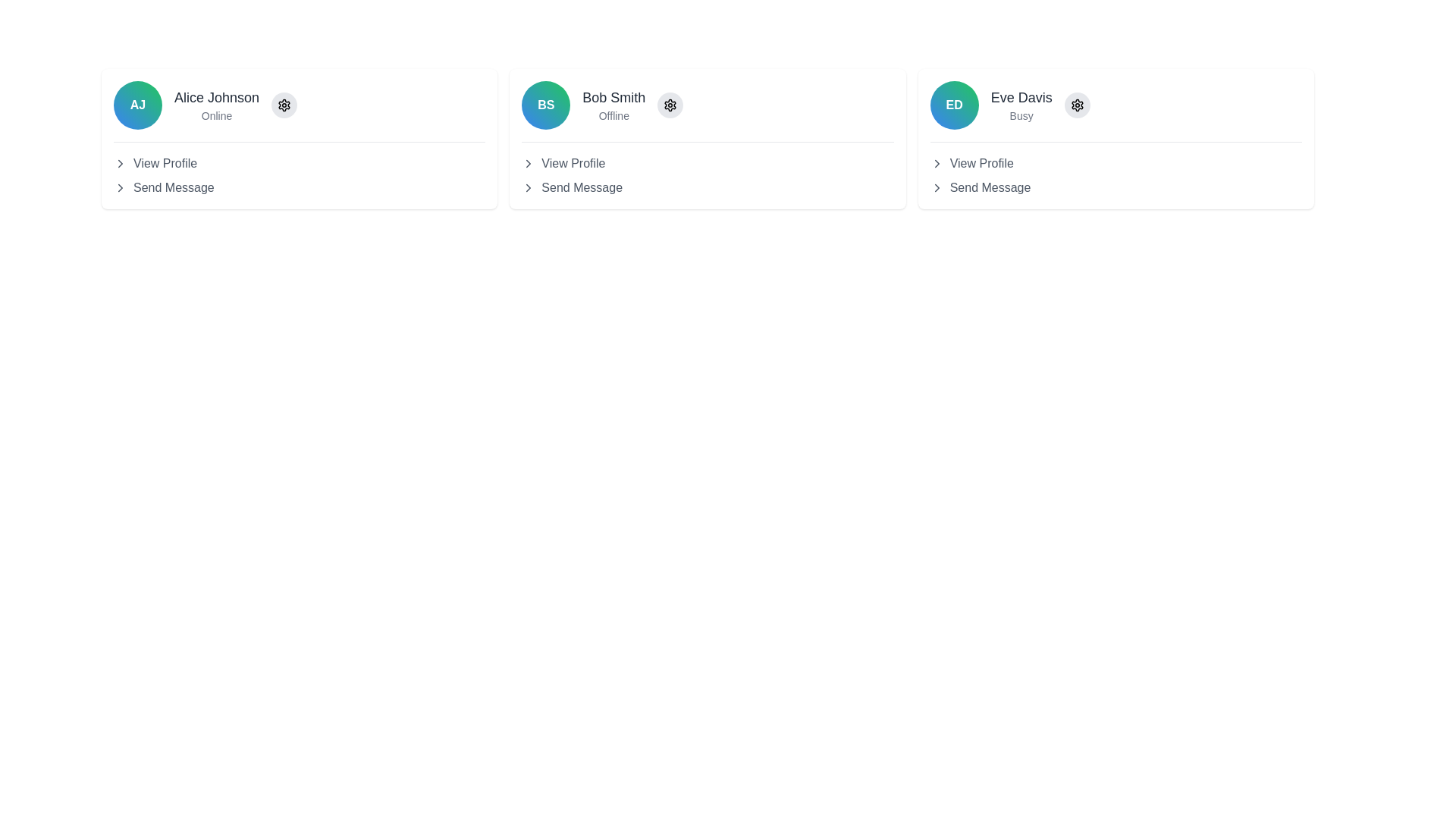 This screenshot has height=819, width=1456. What do you see at coordinates (529, 187) in the screenshot?
I see `the right-facing chevron arrow icon indicating navigation, located in the 'Send Message' button area for the Bob Smith profile card` at bounding box center [529, 187].